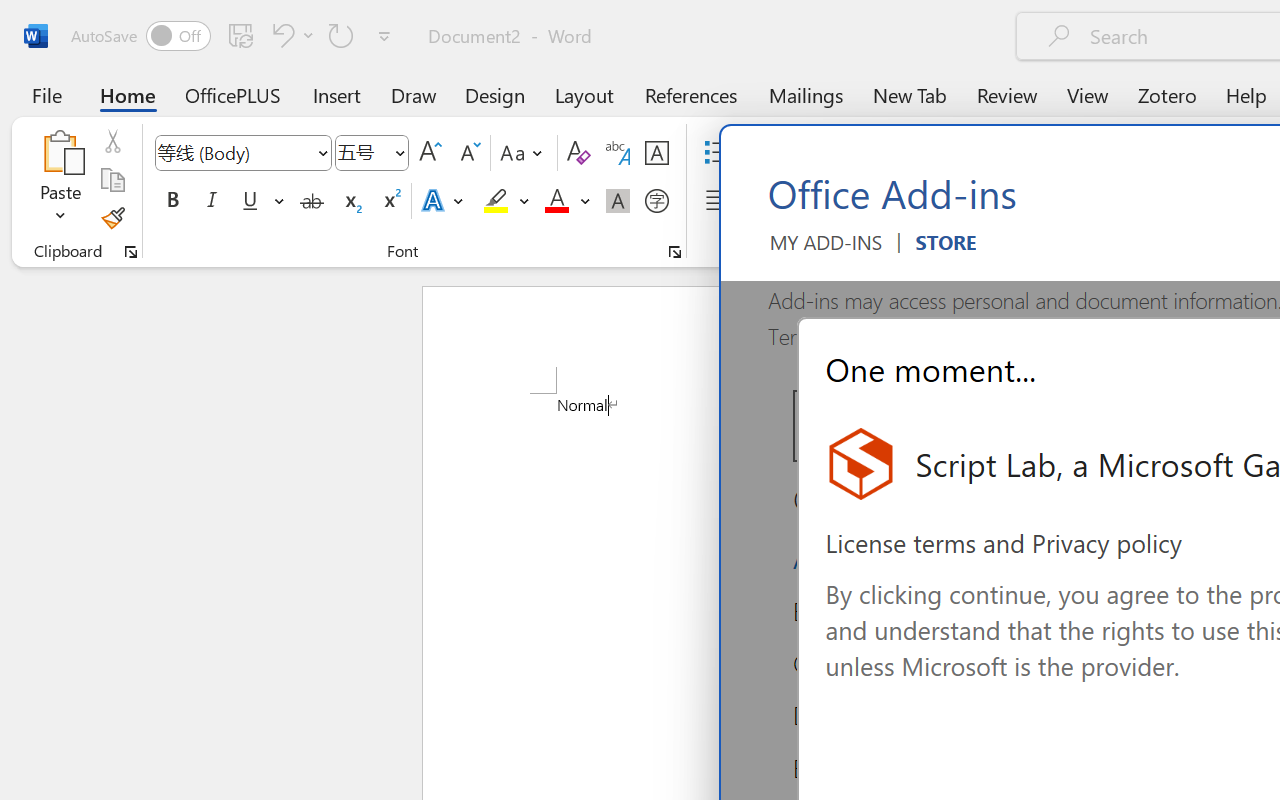 The image size is (1280, 800). Describe the element at coordinates (691, 94) in the screenshot. I see `'References'` at that location.